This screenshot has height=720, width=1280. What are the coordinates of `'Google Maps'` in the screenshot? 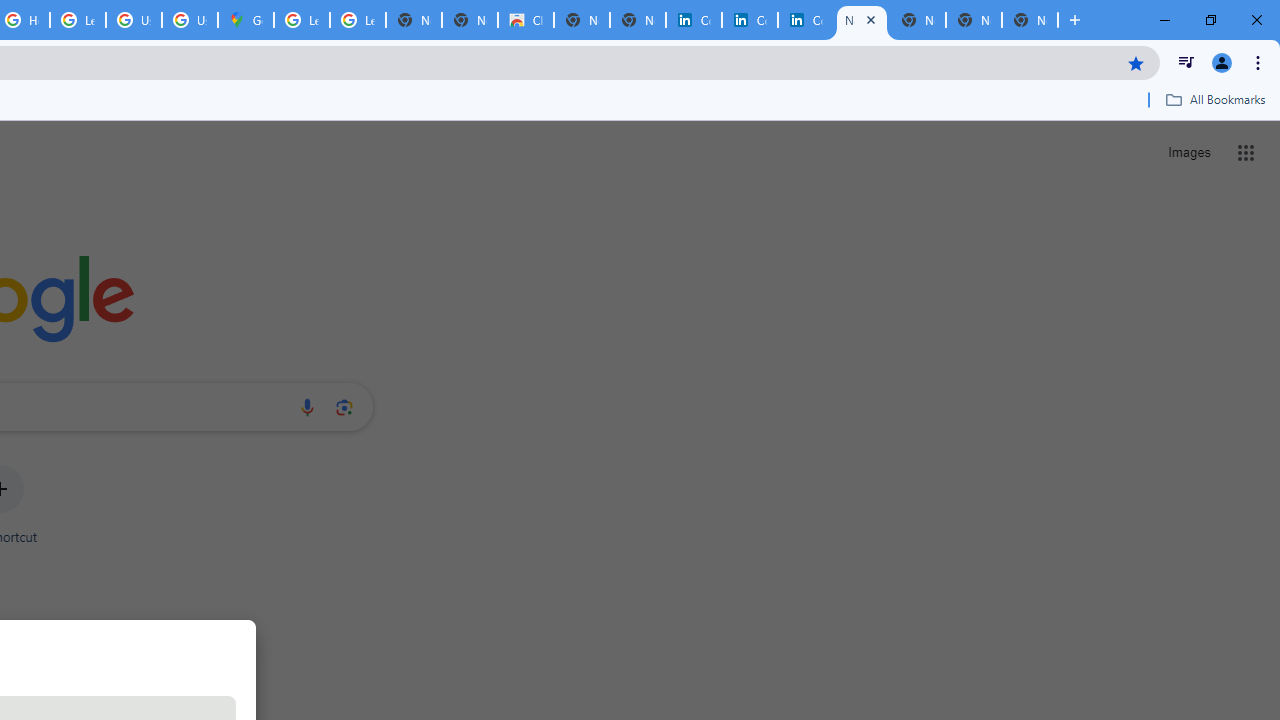 It's located at (244, 20).